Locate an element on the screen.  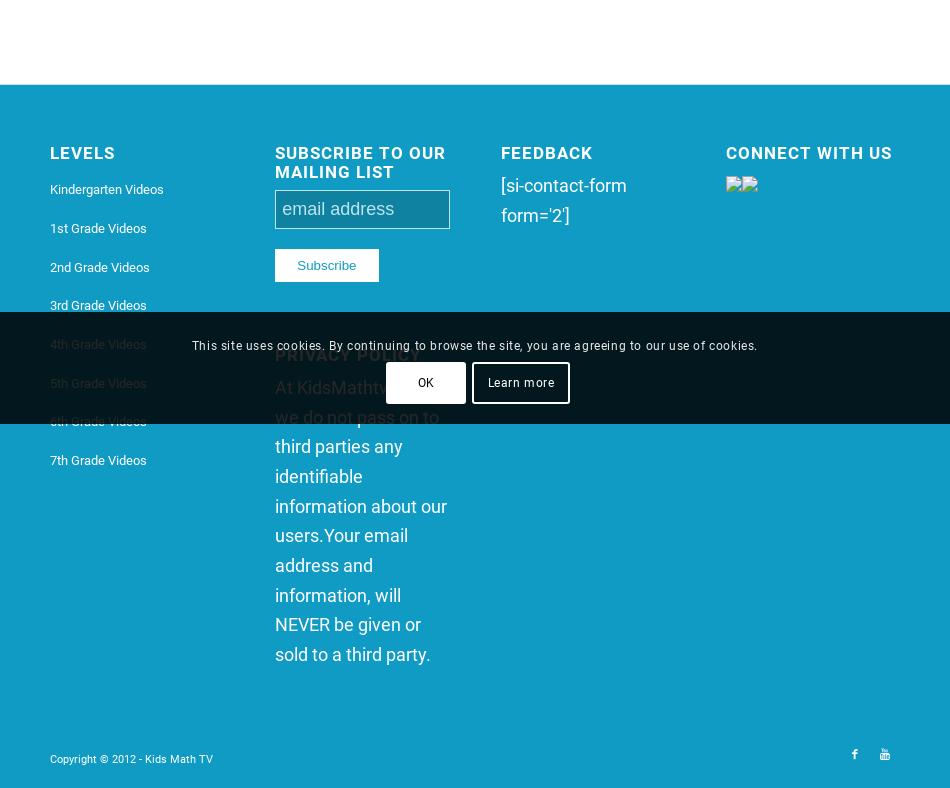
'Kindergarten Videos' is located at coordinates (49, 189).